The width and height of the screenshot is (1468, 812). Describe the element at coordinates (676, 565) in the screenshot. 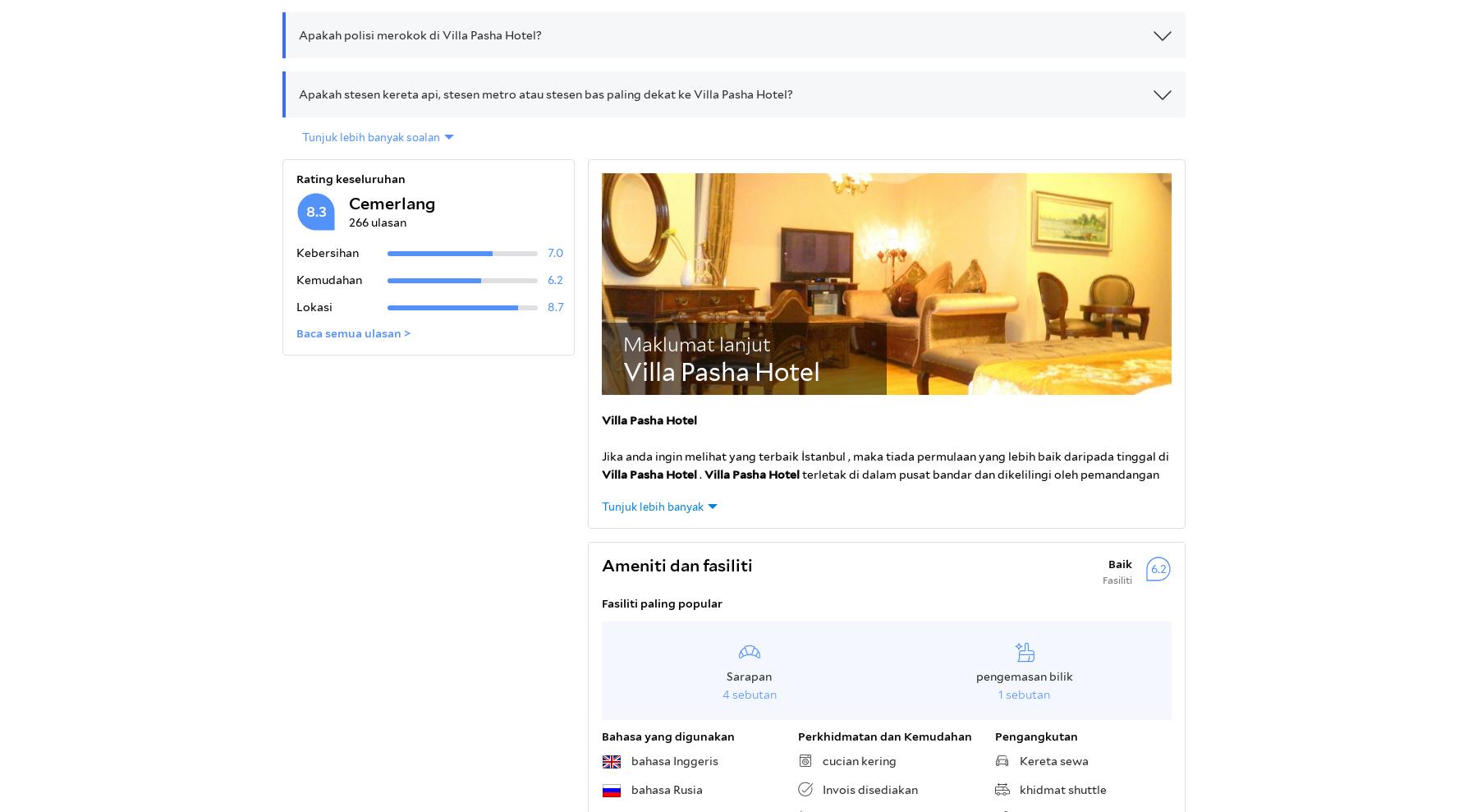

I see `'Ameniti dan fasiliti'` at that location.